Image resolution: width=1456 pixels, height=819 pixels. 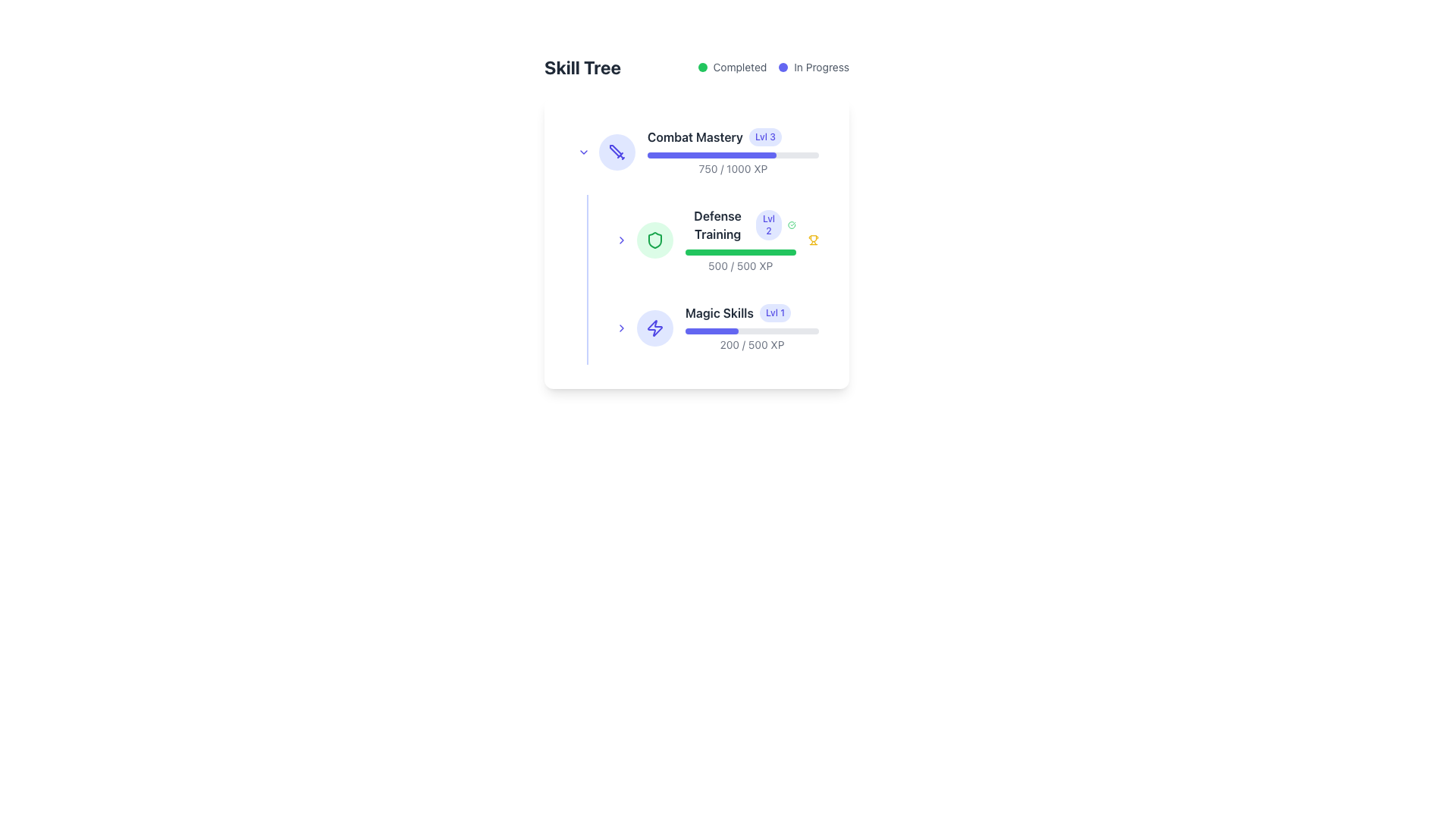 I want to click on the sword icon displayed within a circular, indigo-shaded background, which is the first icon in the skill categories of the skill tree interface, located to the left of the 'Combat Mastery' skill bar, so click(x=617, y=152).